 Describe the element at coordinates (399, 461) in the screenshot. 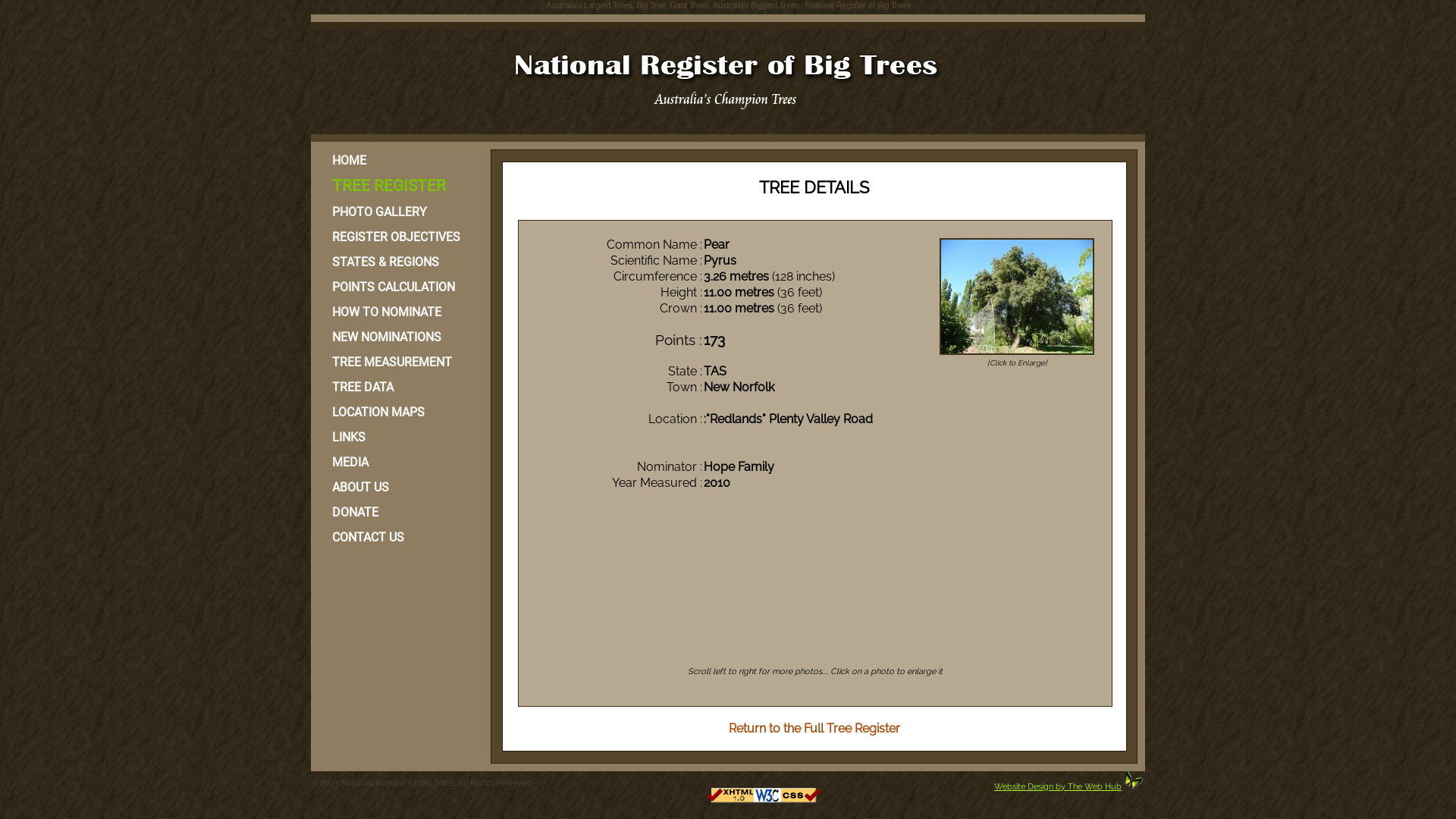

I see `'MEDIA'` at that location.